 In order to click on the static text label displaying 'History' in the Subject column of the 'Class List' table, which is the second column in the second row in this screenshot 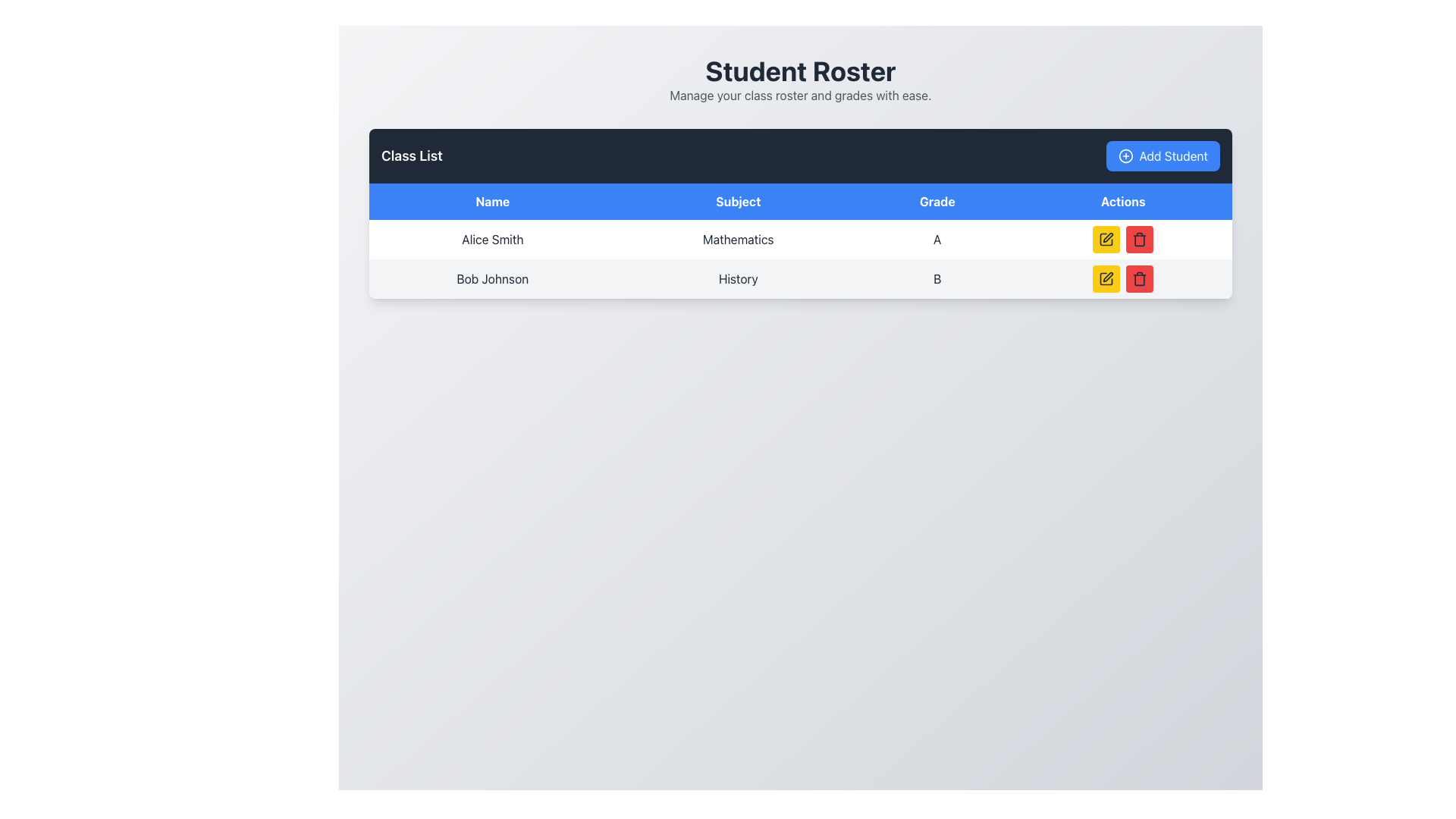, I will do `click(738, 278)`.